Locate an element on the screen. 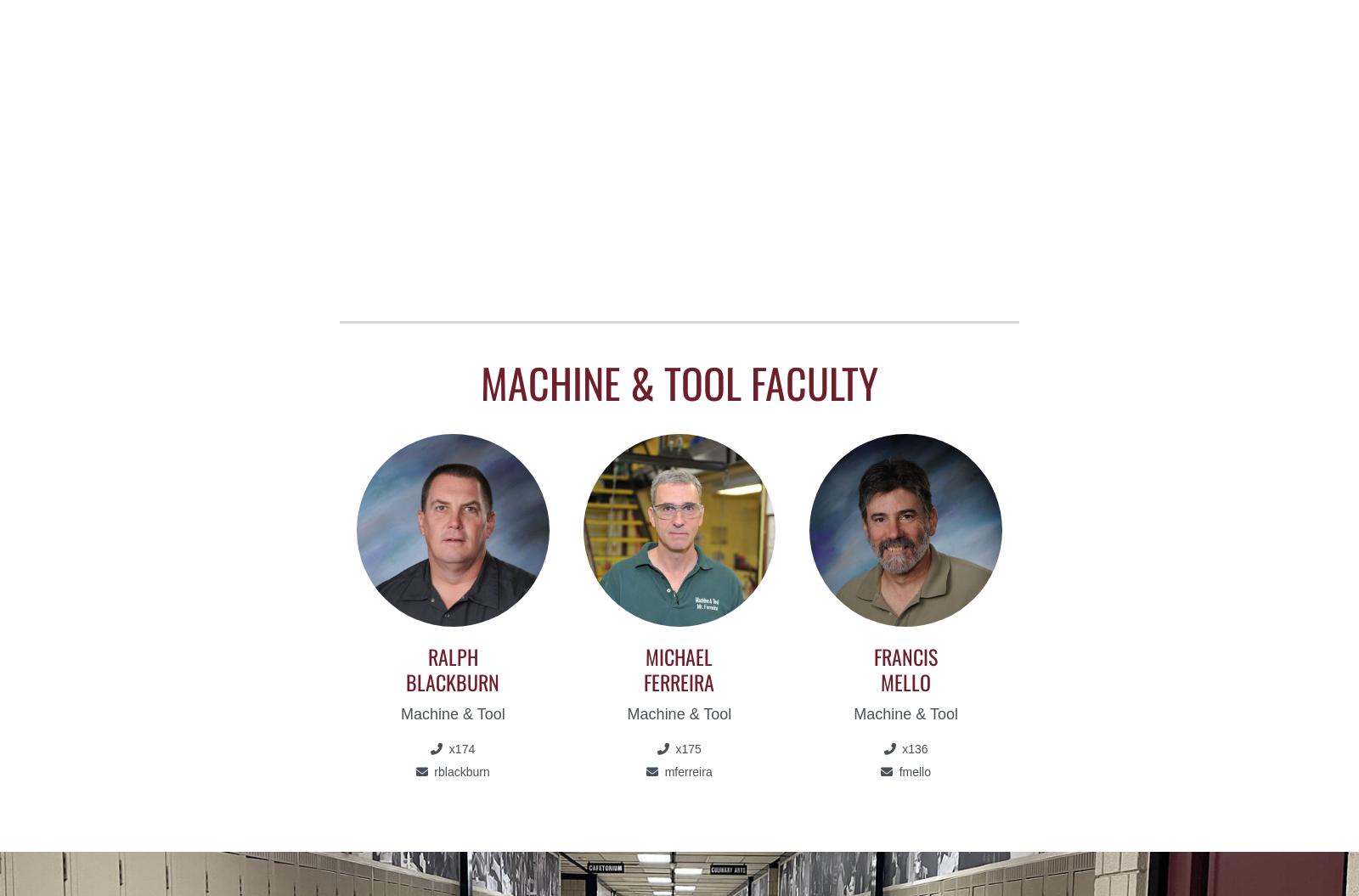 This screenshot has height=896, width=1359. 'mferreira' is located at coordinates (685, 770).